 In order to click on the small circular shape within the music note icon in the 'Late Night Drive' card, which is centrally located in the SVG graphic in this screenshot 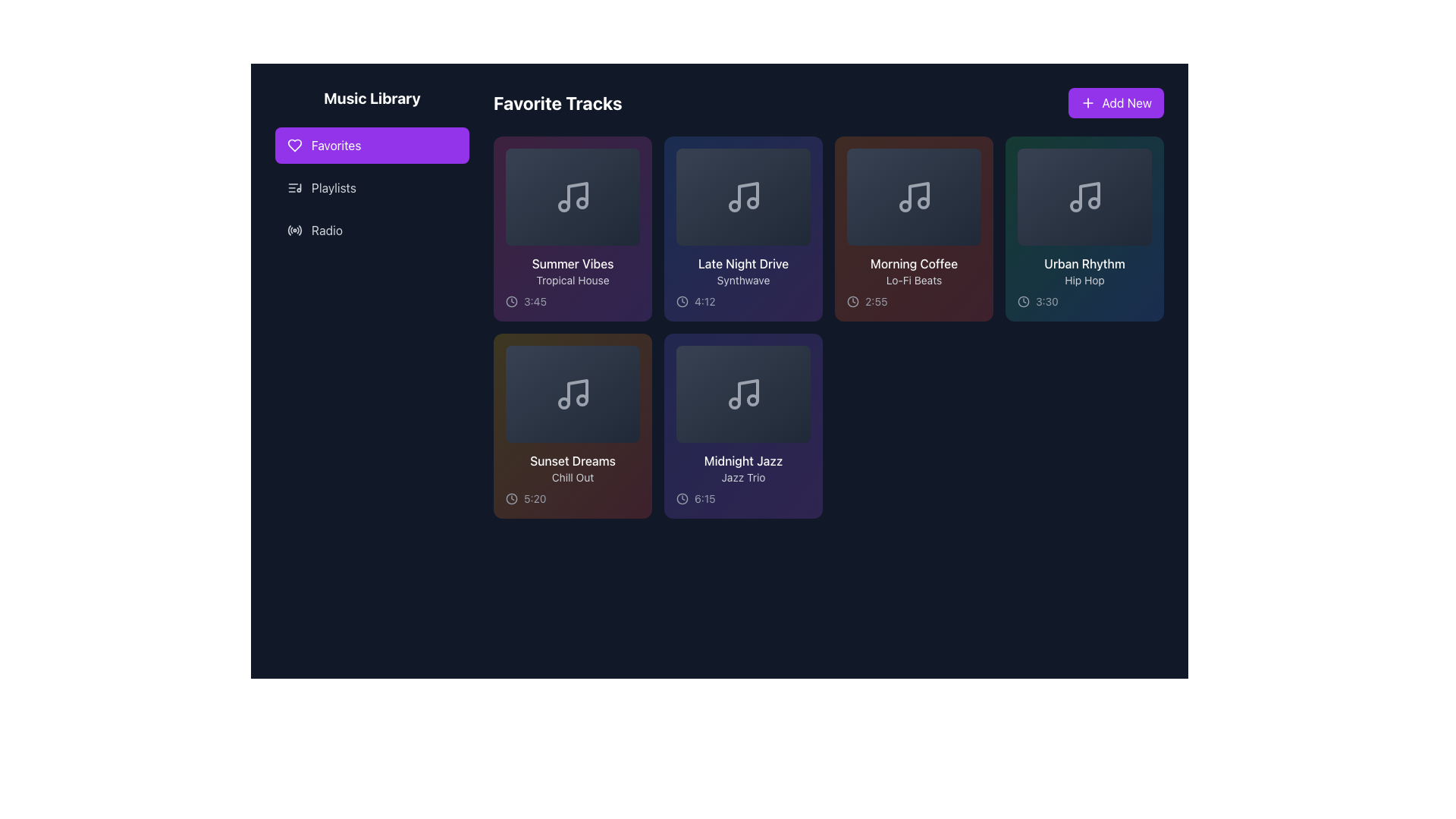, I will do `click(734, 206)`.